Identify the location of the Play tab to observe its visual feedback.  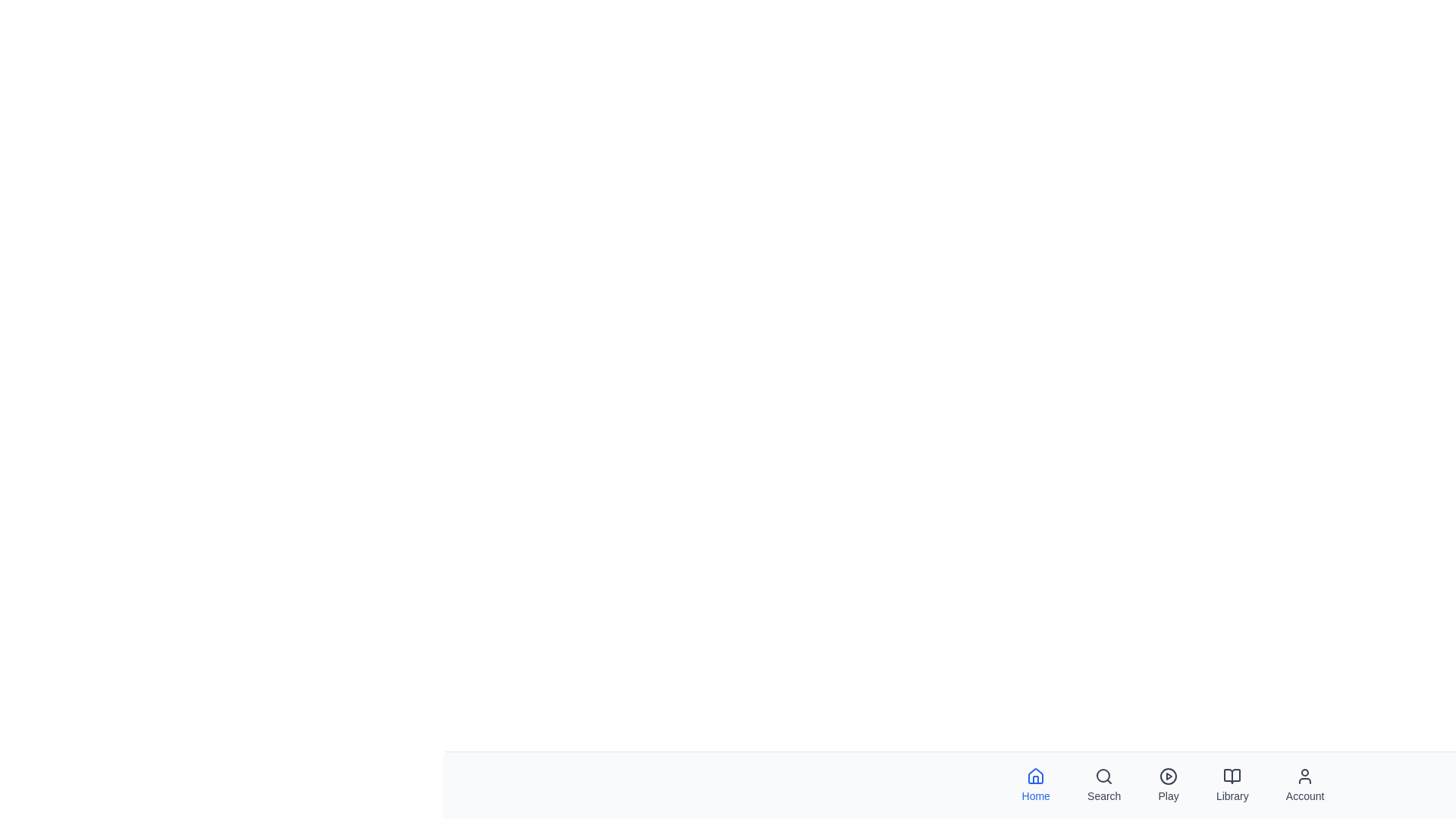
(1167, 785).